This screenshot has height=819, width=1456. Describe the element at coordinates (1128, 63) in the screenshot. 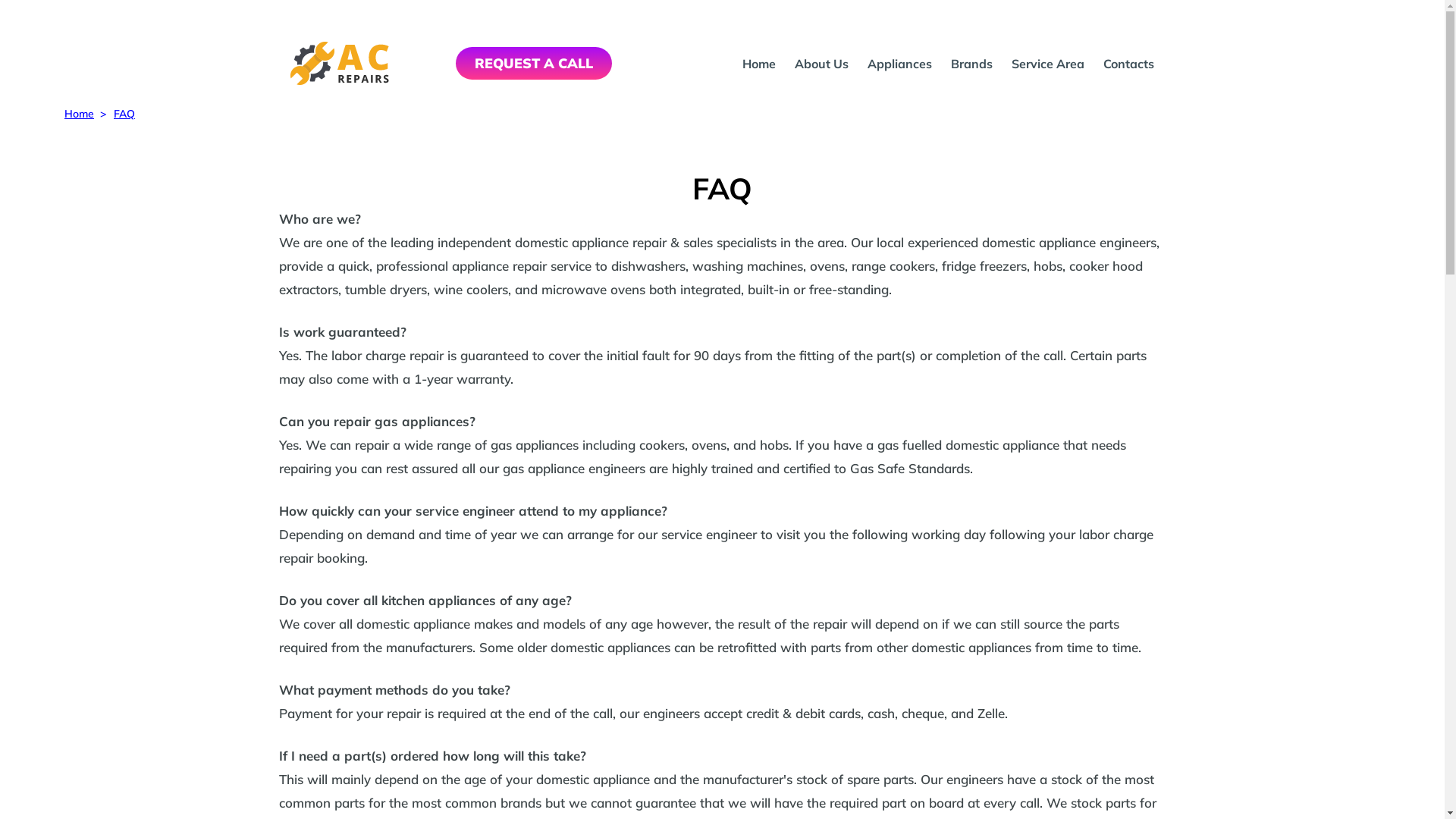

I see `'Contacts'` at that location.